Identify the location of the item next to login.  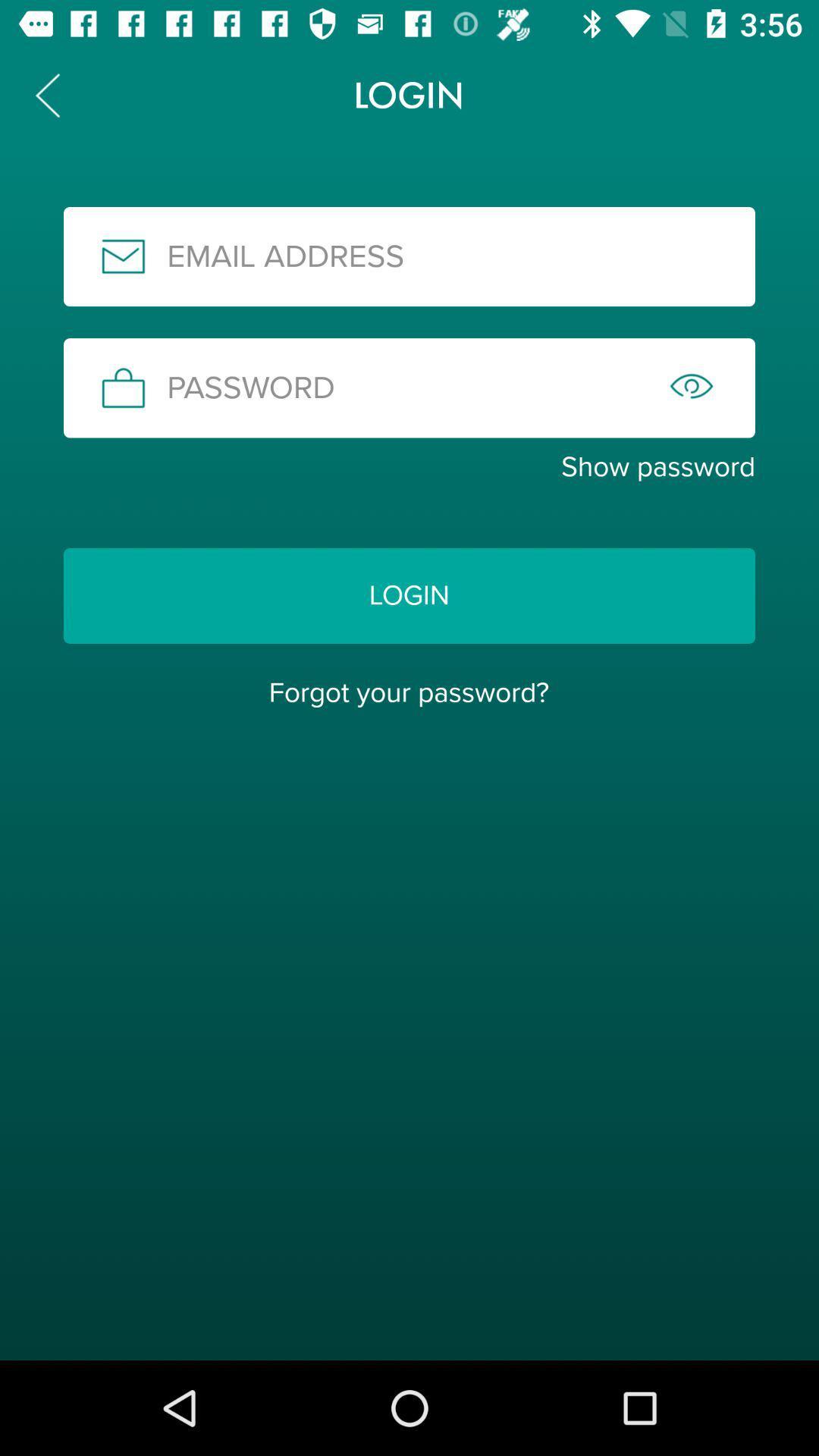
(46, 94).